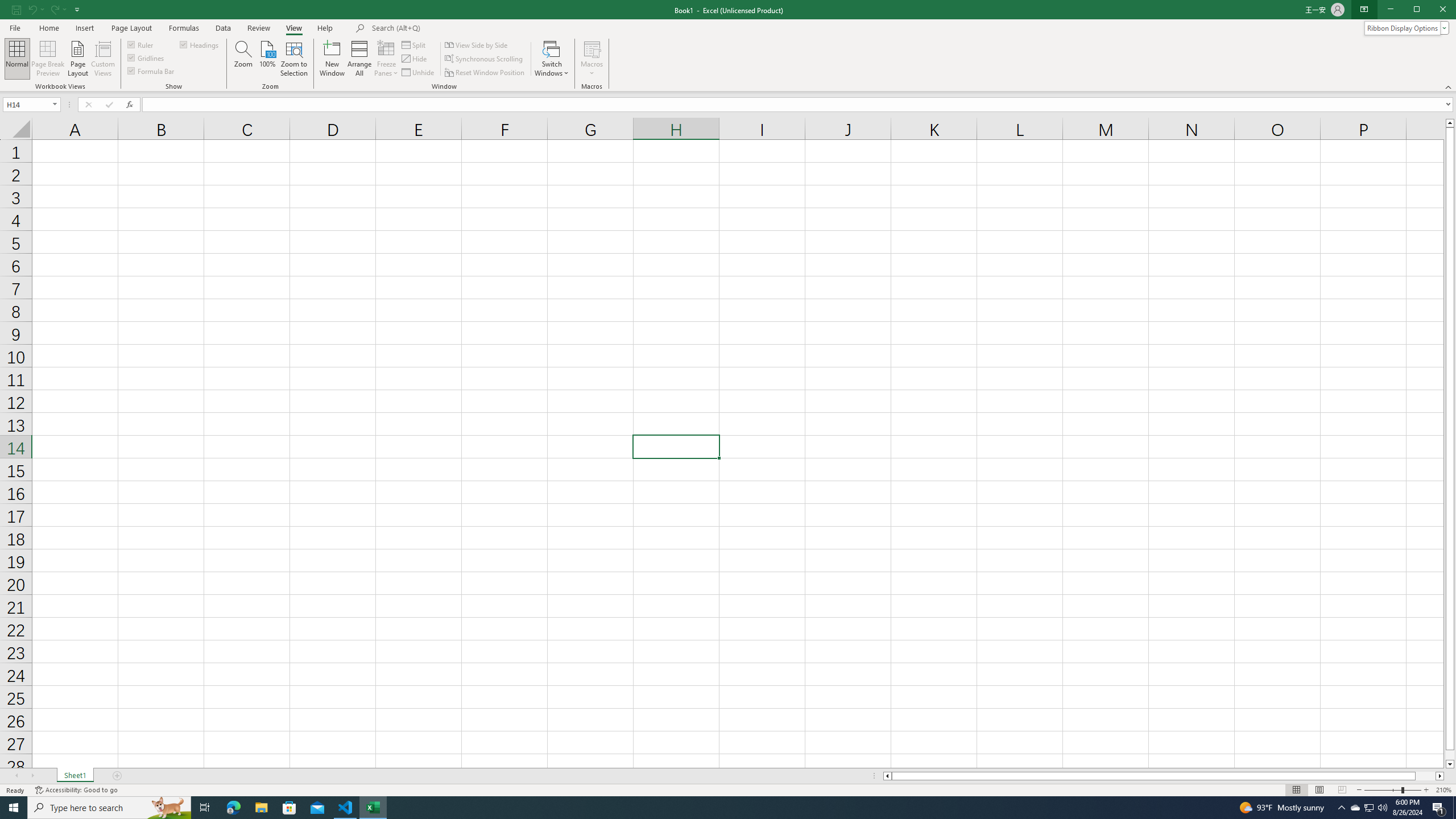  What do you see at coordinates (591, 59) in the screenshot?
I see `'Macros'` at bounding box center [591, 59].